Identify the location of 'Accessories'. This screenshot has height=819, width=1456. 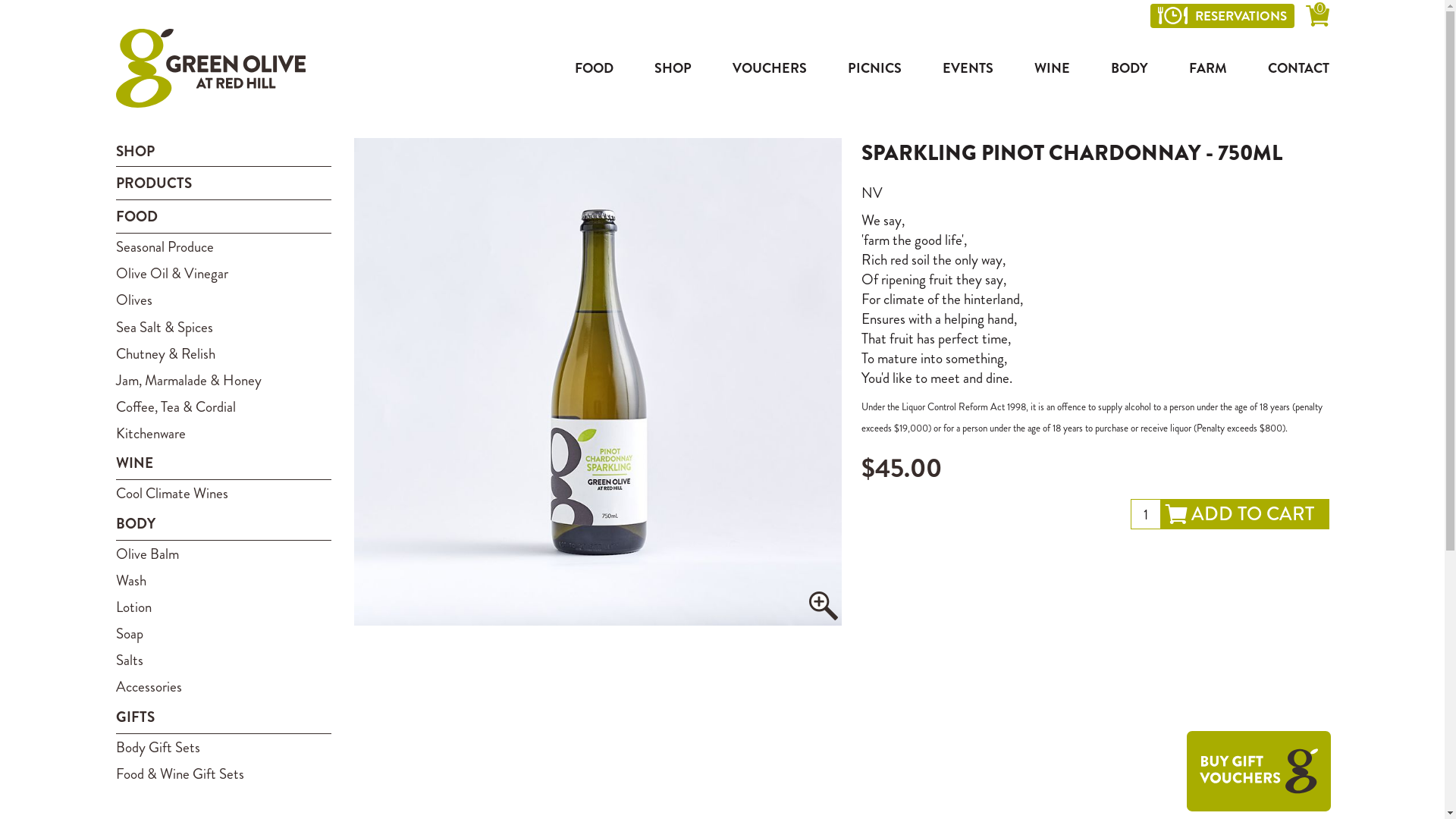
(222, 686).